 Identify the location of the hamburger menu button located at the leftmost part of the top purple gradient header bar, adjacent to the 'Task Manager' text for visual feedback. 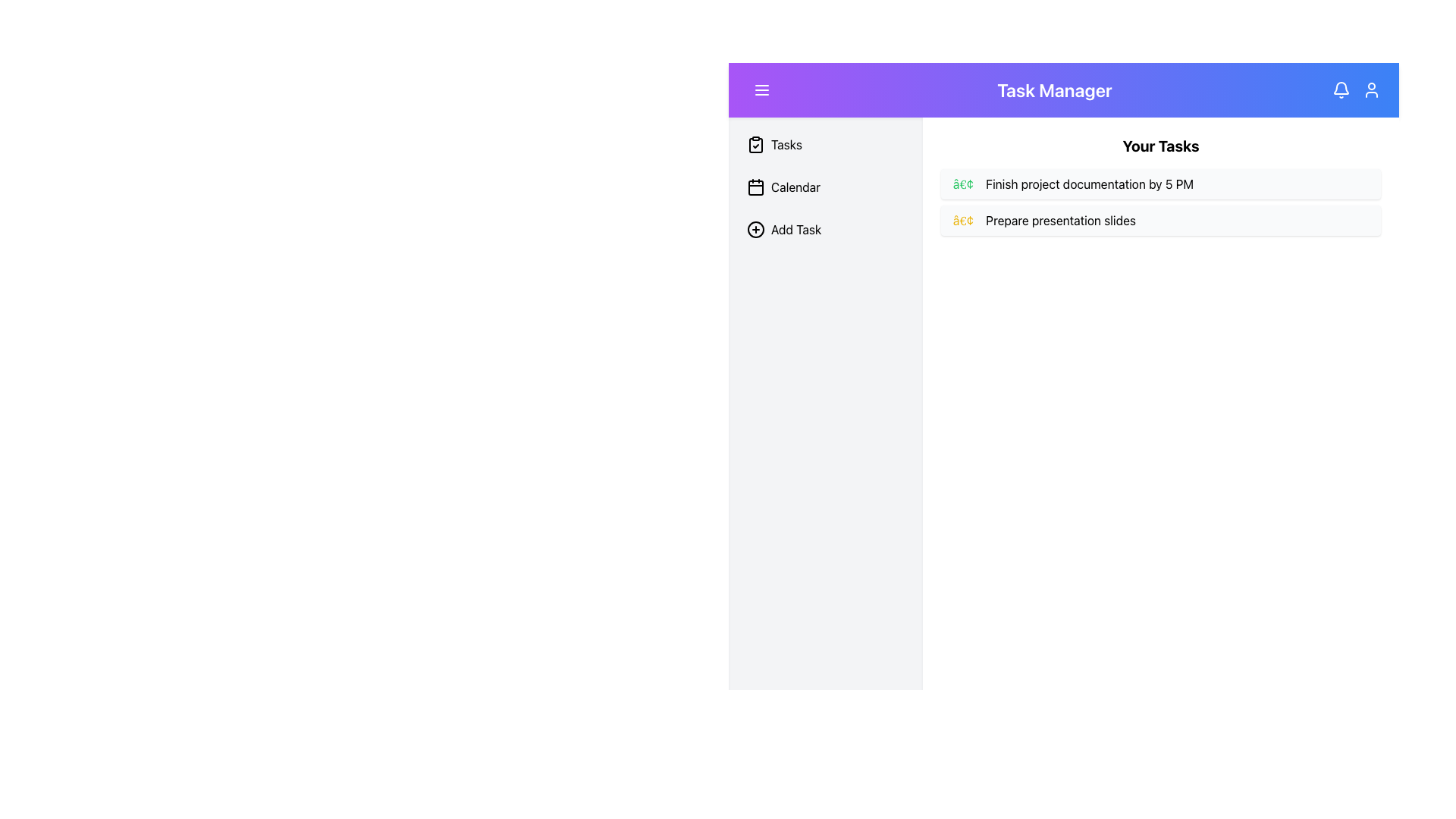
(761, 90).